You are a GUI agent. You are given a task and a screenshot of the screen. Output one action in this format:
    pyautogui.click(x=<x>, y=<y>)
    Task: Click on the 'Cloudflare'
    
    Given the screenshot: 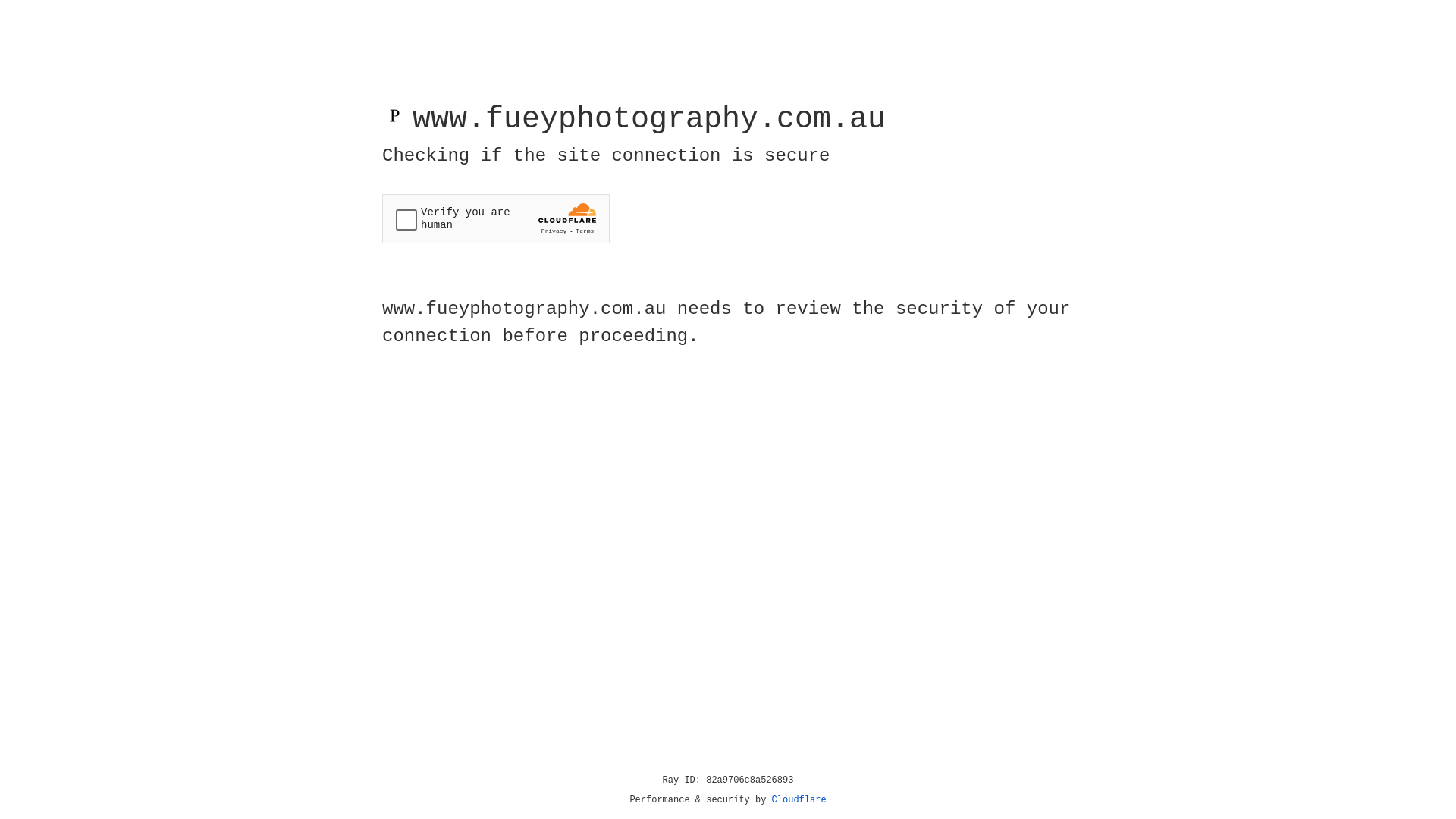 What is the action you would take?
    pyautogui.click(x=799, y=799)
    